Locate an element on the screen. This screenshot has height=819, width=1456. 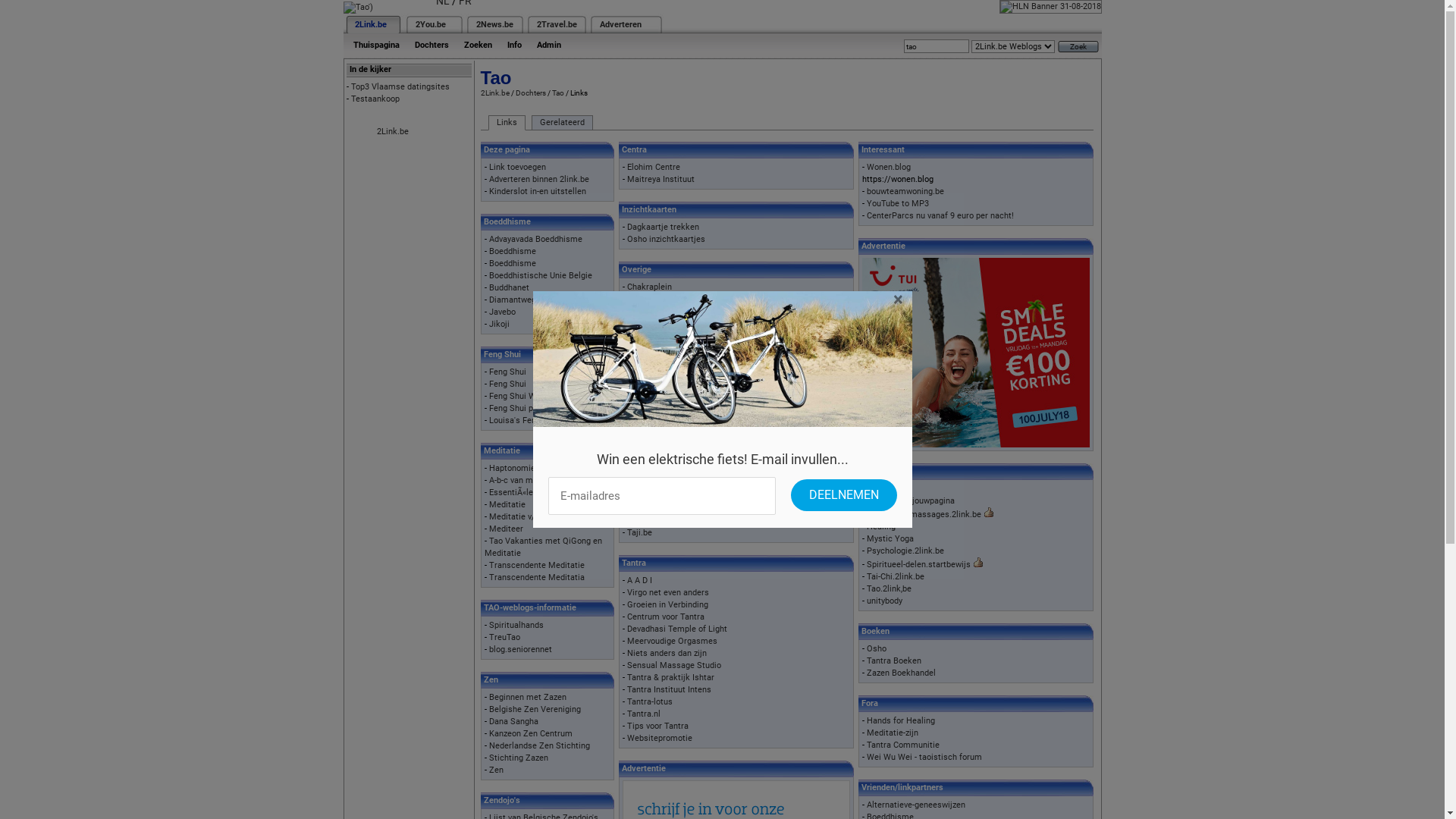
'Tai Chi School' is located at coordinates (653, 496).